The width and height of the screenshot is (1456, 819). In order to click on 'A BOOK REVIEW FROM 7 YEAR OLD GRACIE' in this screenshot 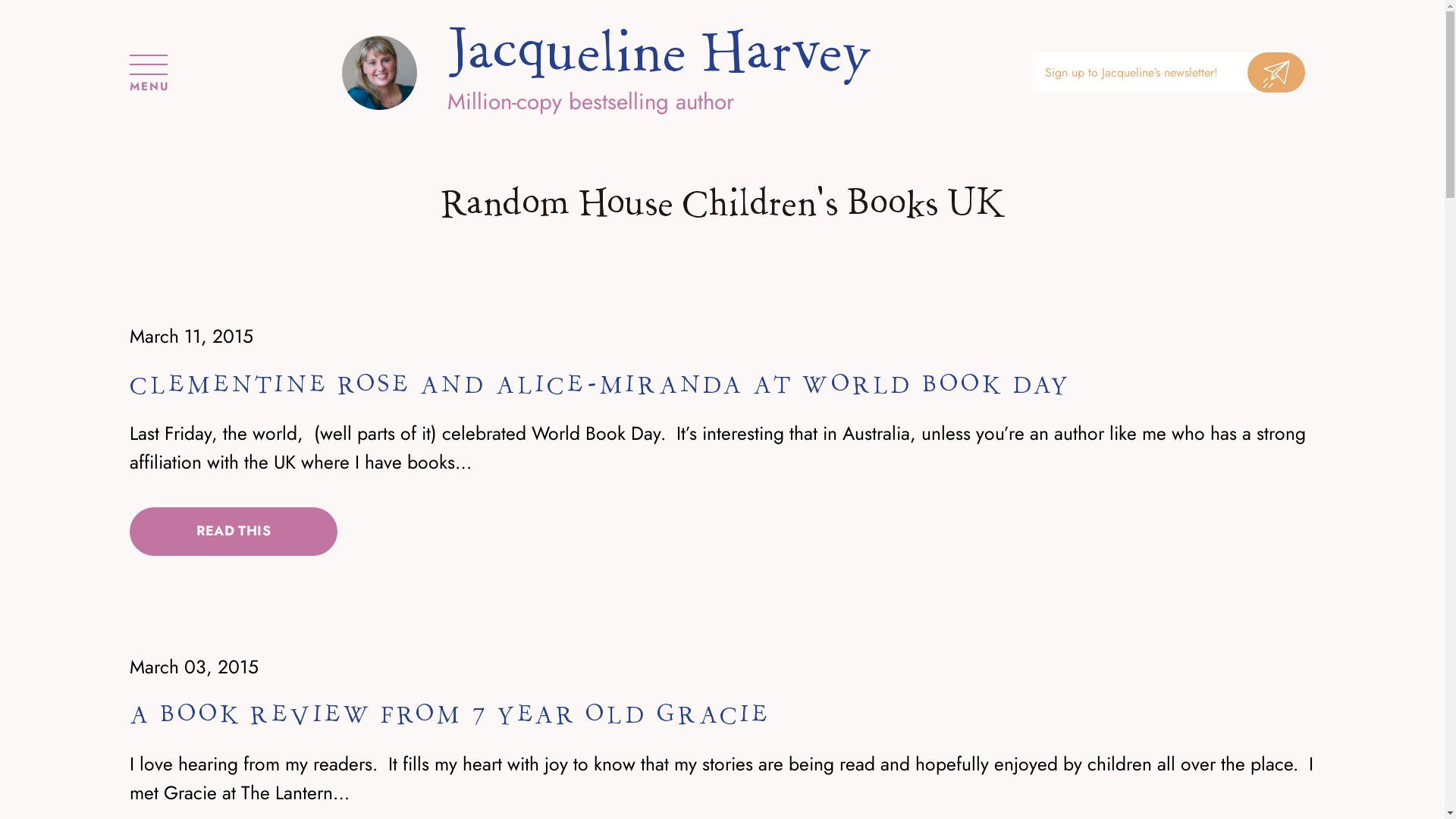, I will do `click(450, 714)`.